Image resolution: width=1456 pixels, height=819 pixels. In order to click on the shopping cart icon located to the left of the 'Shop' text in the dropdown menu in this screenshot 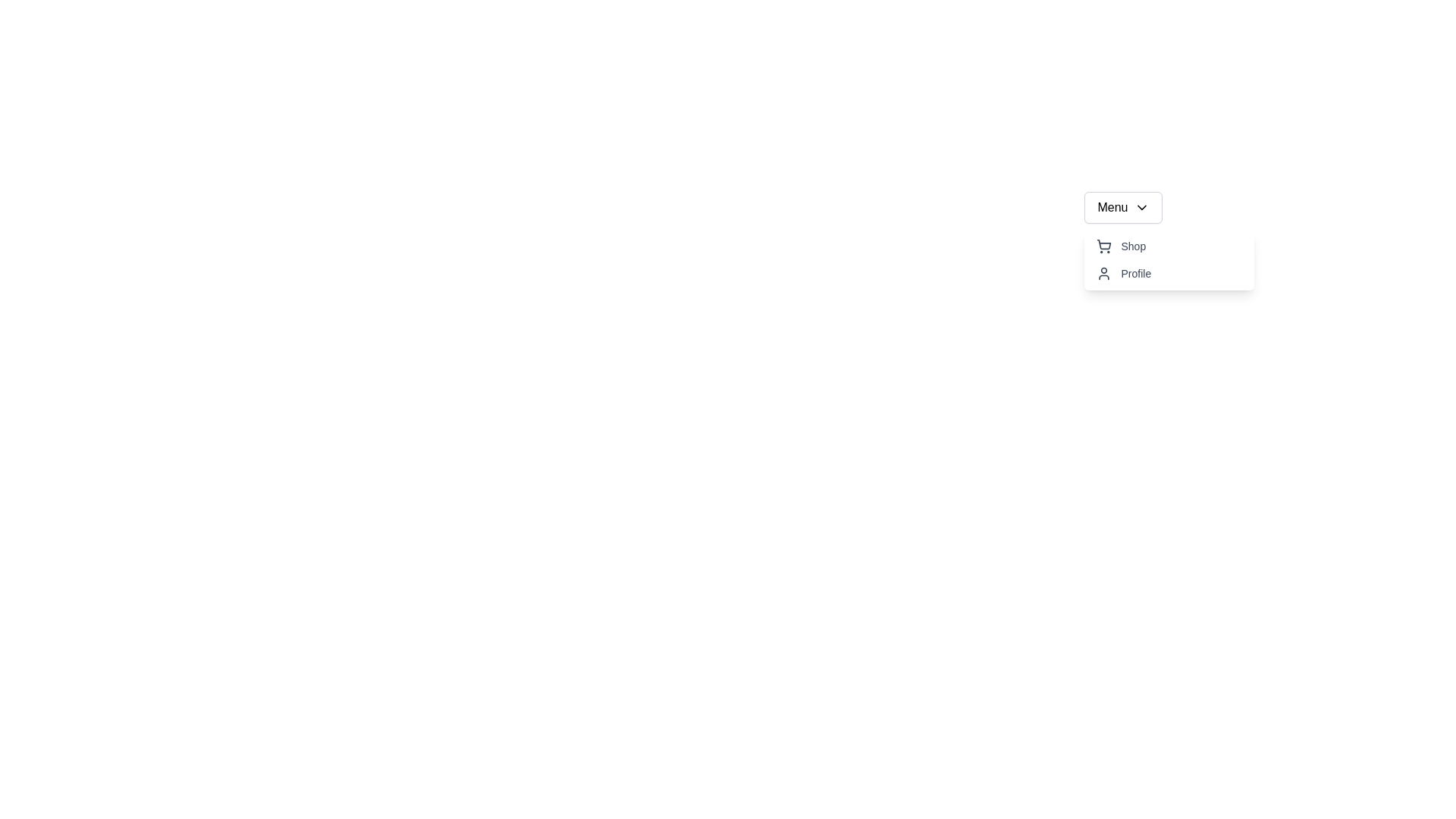, I will do `click(1104, 245)`.